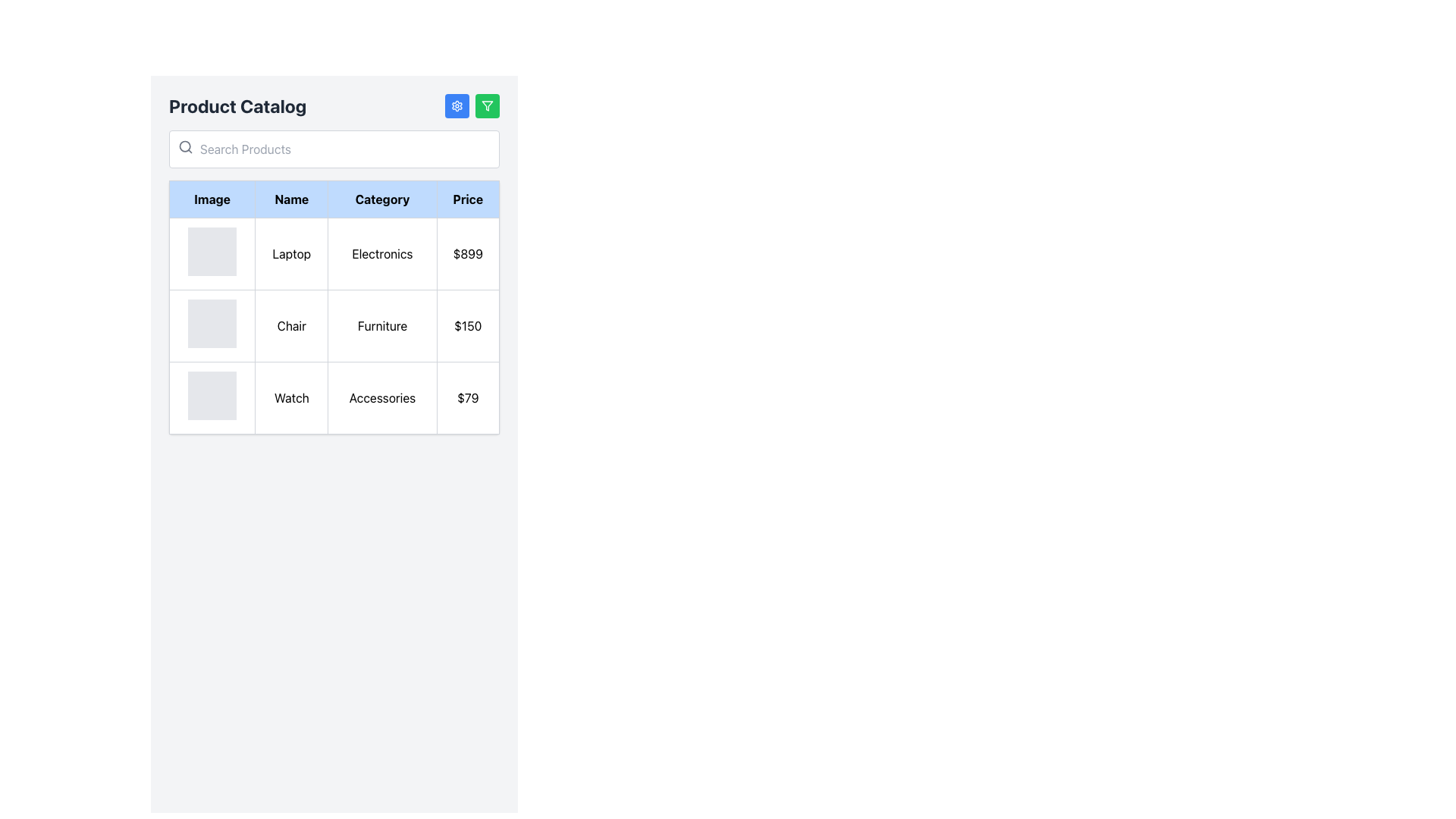 The width and height of the screenshot is (1456, 819). What do you see at coordinates (382, 198) in the screenshot?
I see `the Table Header Cell with the text 'Category', which is the third column in the table header, featuring a light blue background and black bold text` at bounding box center [382, 198].